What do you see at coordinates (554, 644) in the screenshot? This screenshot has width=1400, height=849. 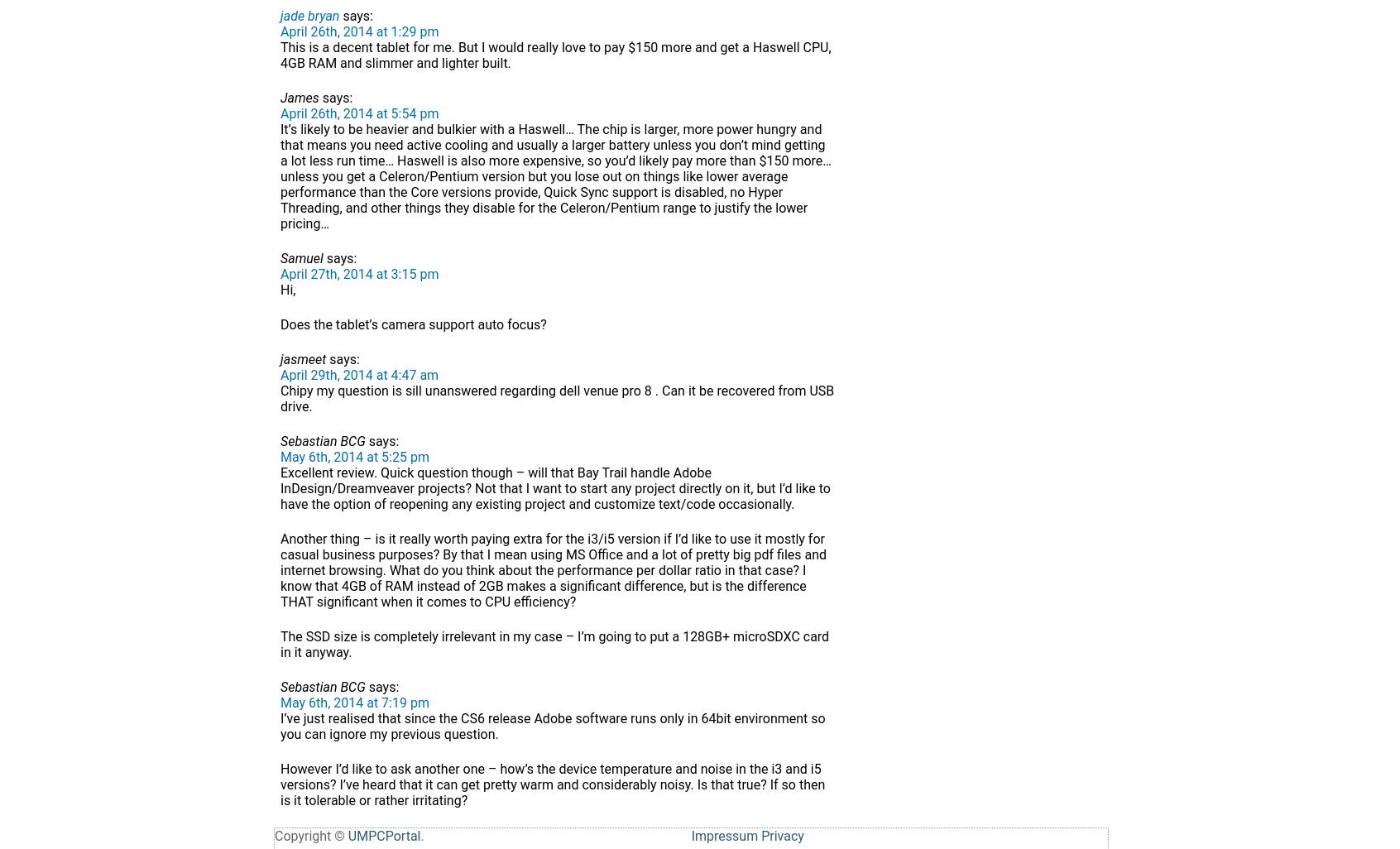 I see `'The SSD size is completely irrelevant in my case – I’m going to put a 128GB+ microSDXC card in it anyway.'` at bounding box center [554, 644].